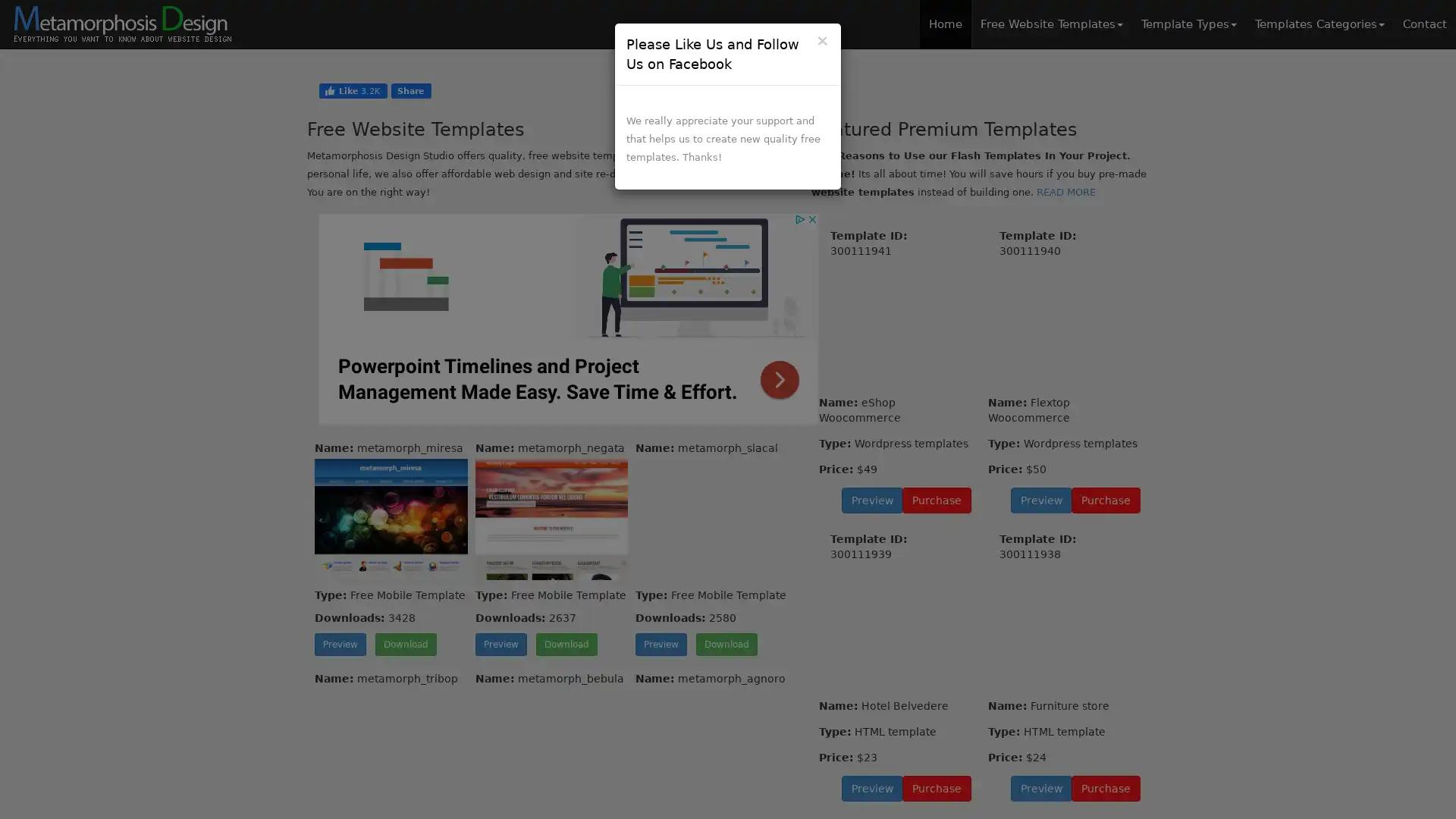 The width and height of the screenshot is (1456, 819). Describe the element at coordinates (406, 644) in the screenshot. I see `Download` at that location.